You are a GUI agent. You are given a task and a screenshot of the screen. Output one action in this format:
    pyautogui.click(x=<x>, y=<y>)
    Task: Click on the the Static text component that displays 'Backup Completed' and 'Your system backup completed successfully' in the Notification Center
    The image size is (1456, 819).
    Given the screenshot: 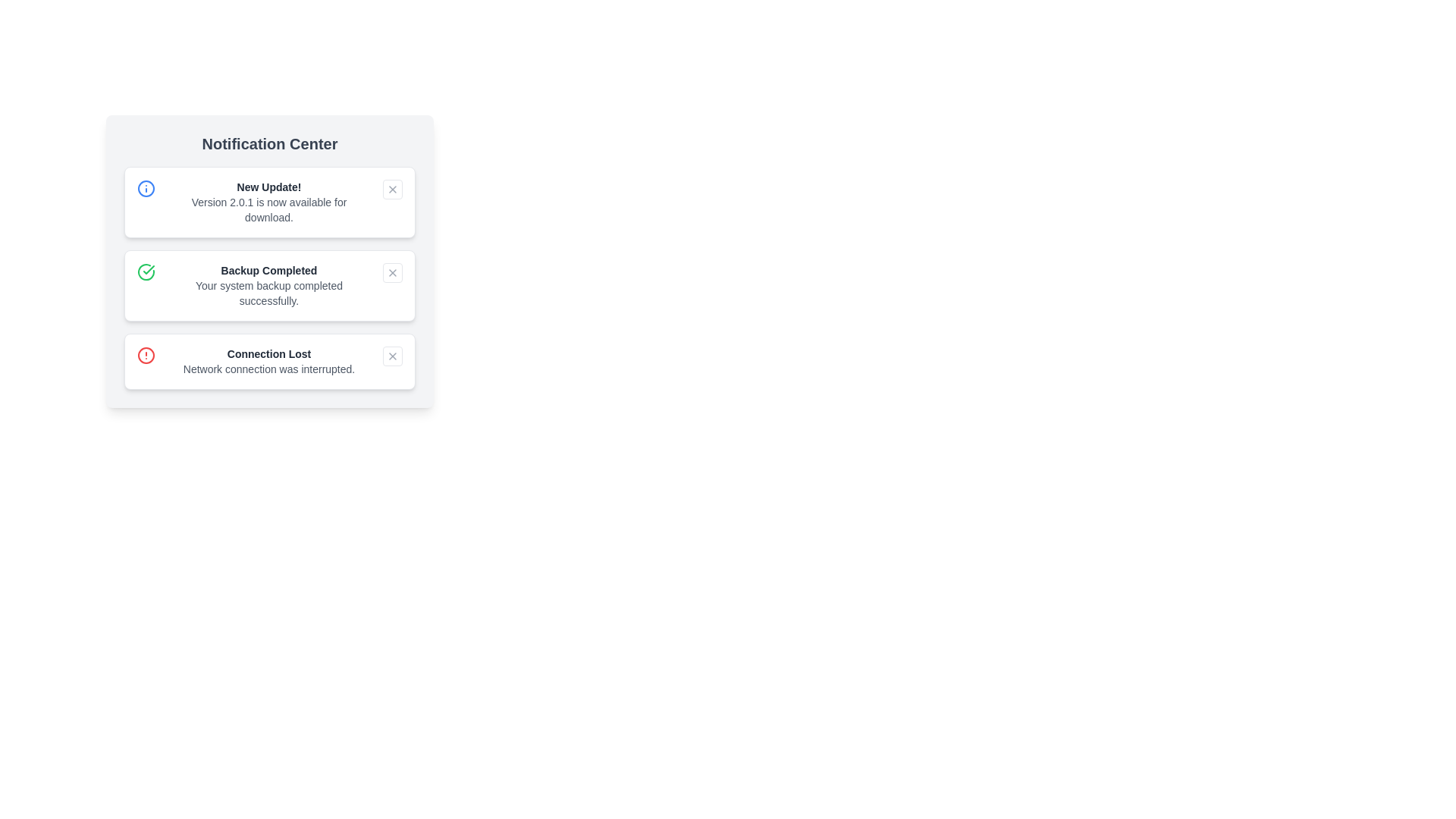 What is the action you would take?
    pyautogui.click(x=269, y=286)
    